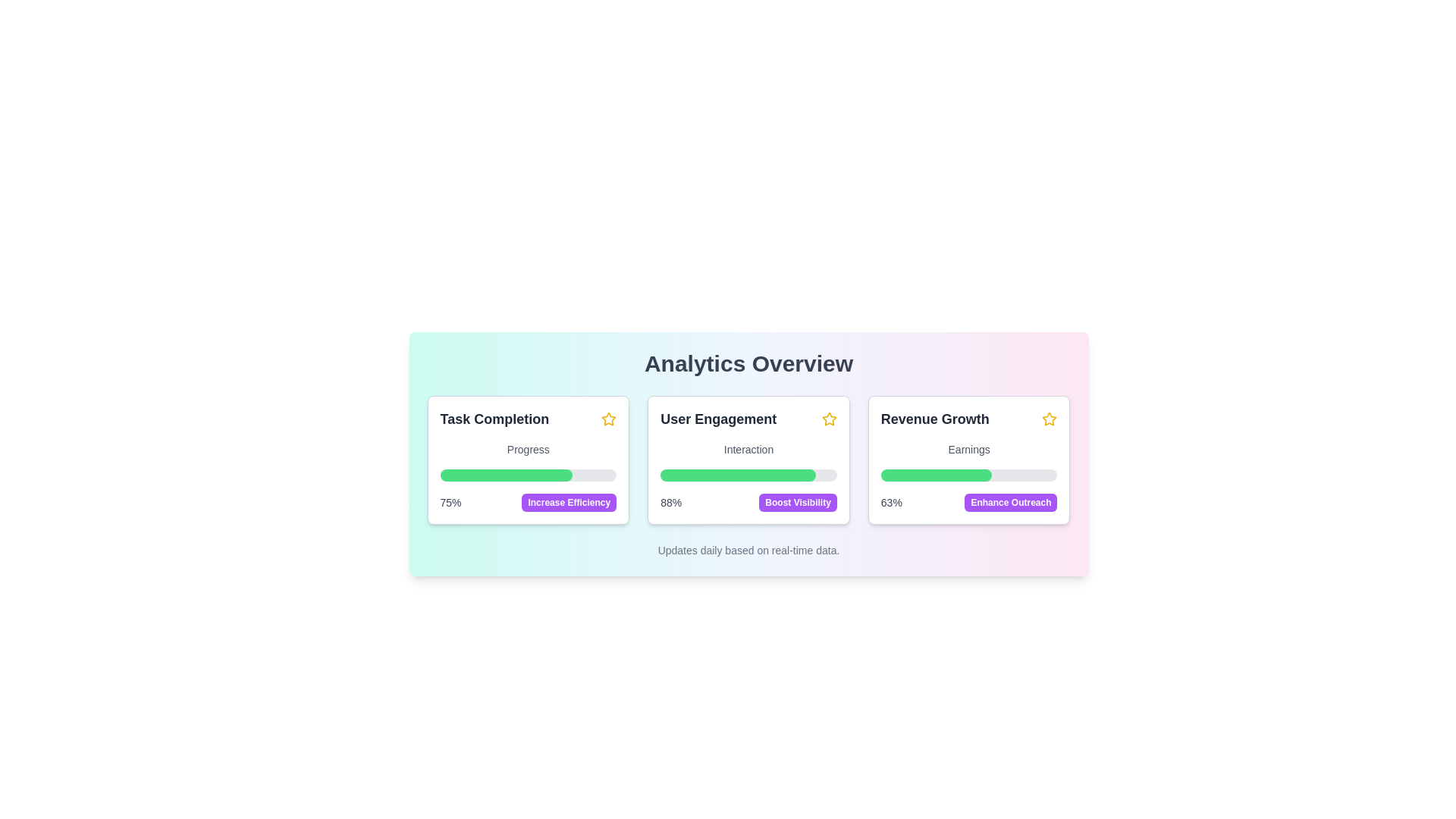  What do you see at coordinates (528, 449) in the screenshot?
I see `the 'Progress' text label displayed in light gray color and small font size, located within the 'Task Completion' card, positioned below the main title and above a progress bar` at bounding box center [528, 449].